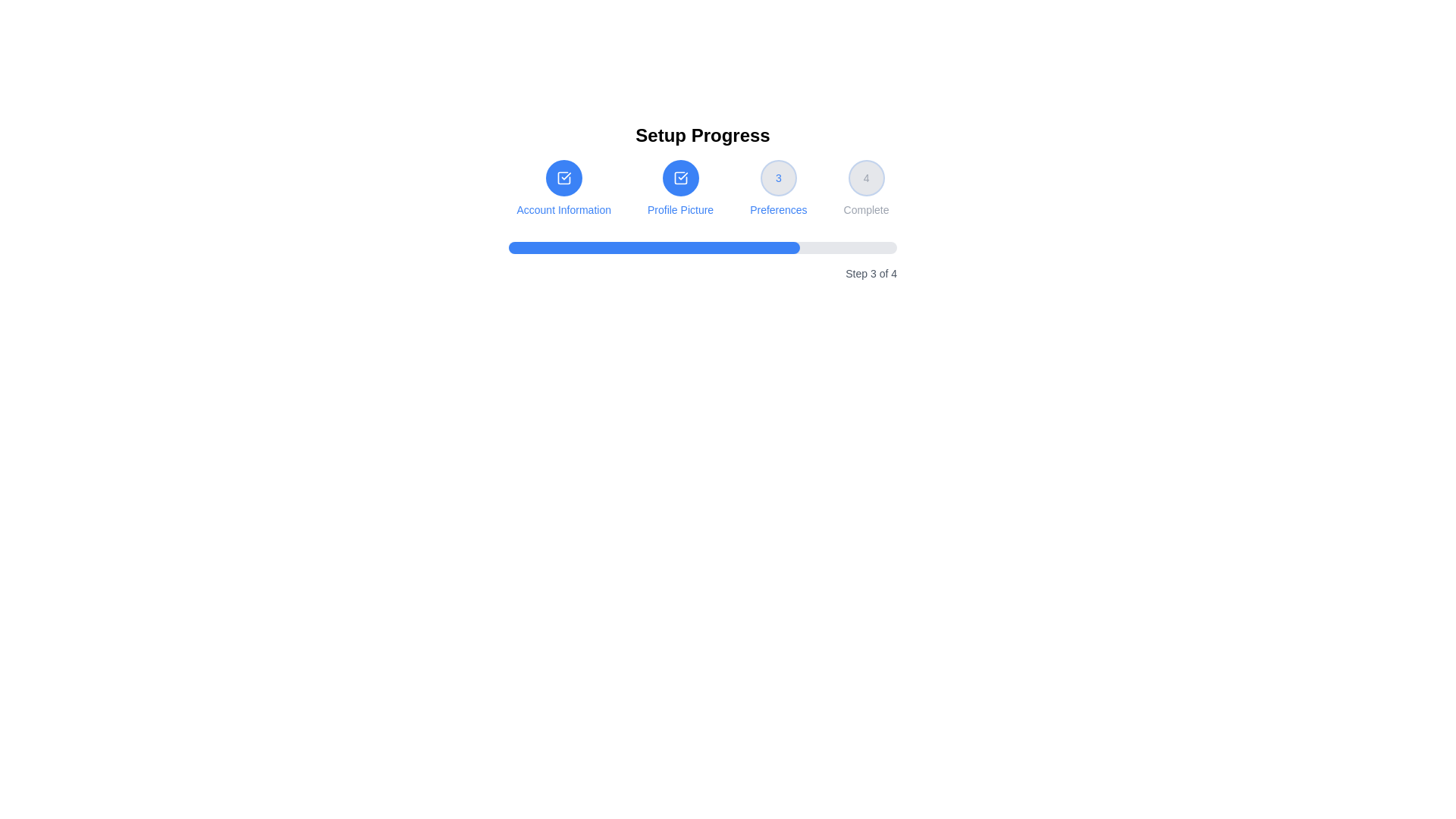 Image resolution: width=1456 pixels, height=819 pixels. I want to click on the completed step icon indicating the 'Profile Picture' stage in the setup progress tracker, located above the 'Profile Picture' label, so click(679, 177).